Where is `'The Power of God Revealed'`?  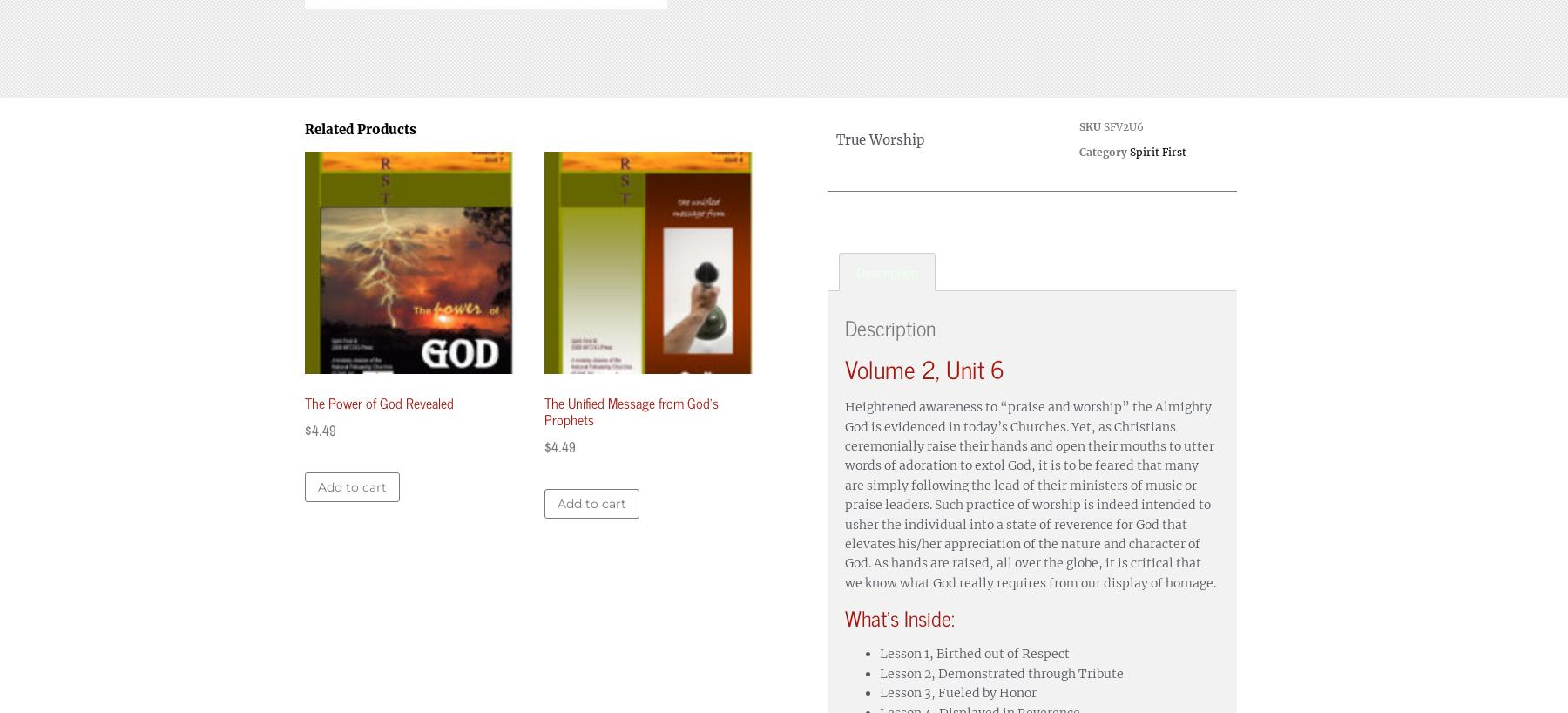 'The Power of God Revealed' is located at coordinates (379, 401).